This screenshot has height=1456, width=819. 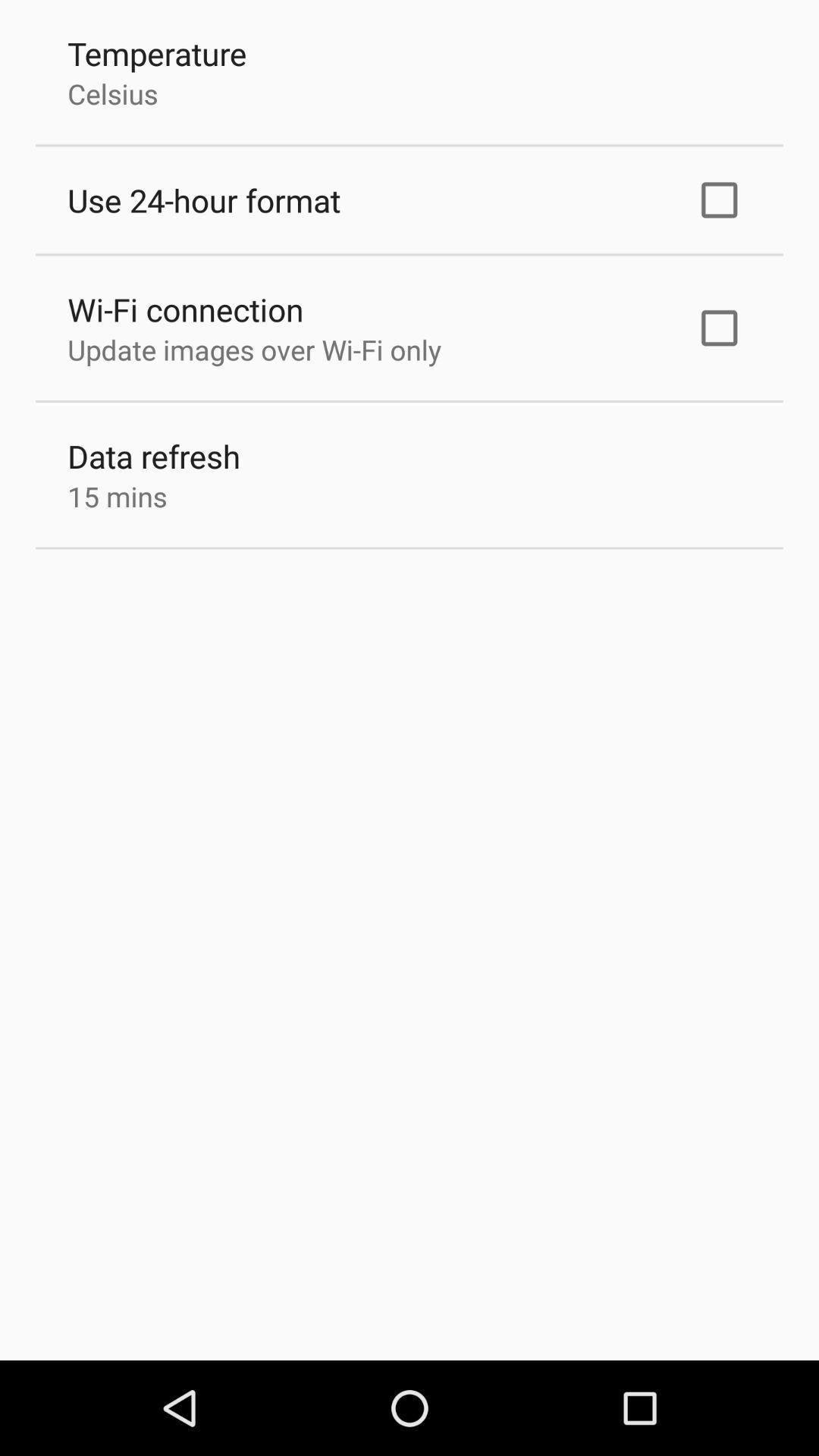 I want to click on the icon below temperature app, so click(x=111, y=93).